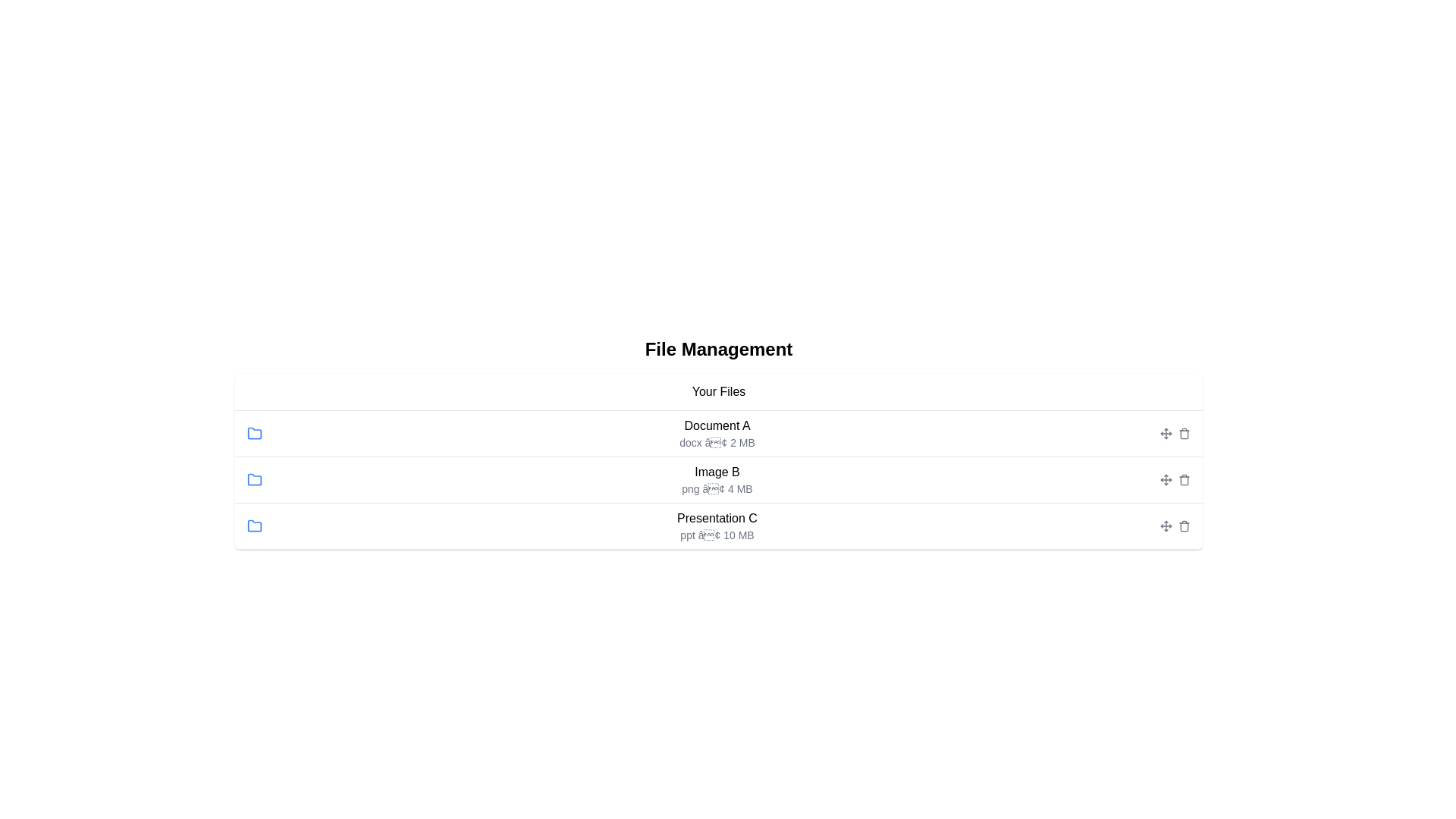 The image size is (1456, 819). What do you see at coordinates (1165, 433) in the screenshot?
I see `and drag the first icon in the horizontal group on the right side of the 'Presentation C' file to reorder items` at bounding box center [1165, 433].